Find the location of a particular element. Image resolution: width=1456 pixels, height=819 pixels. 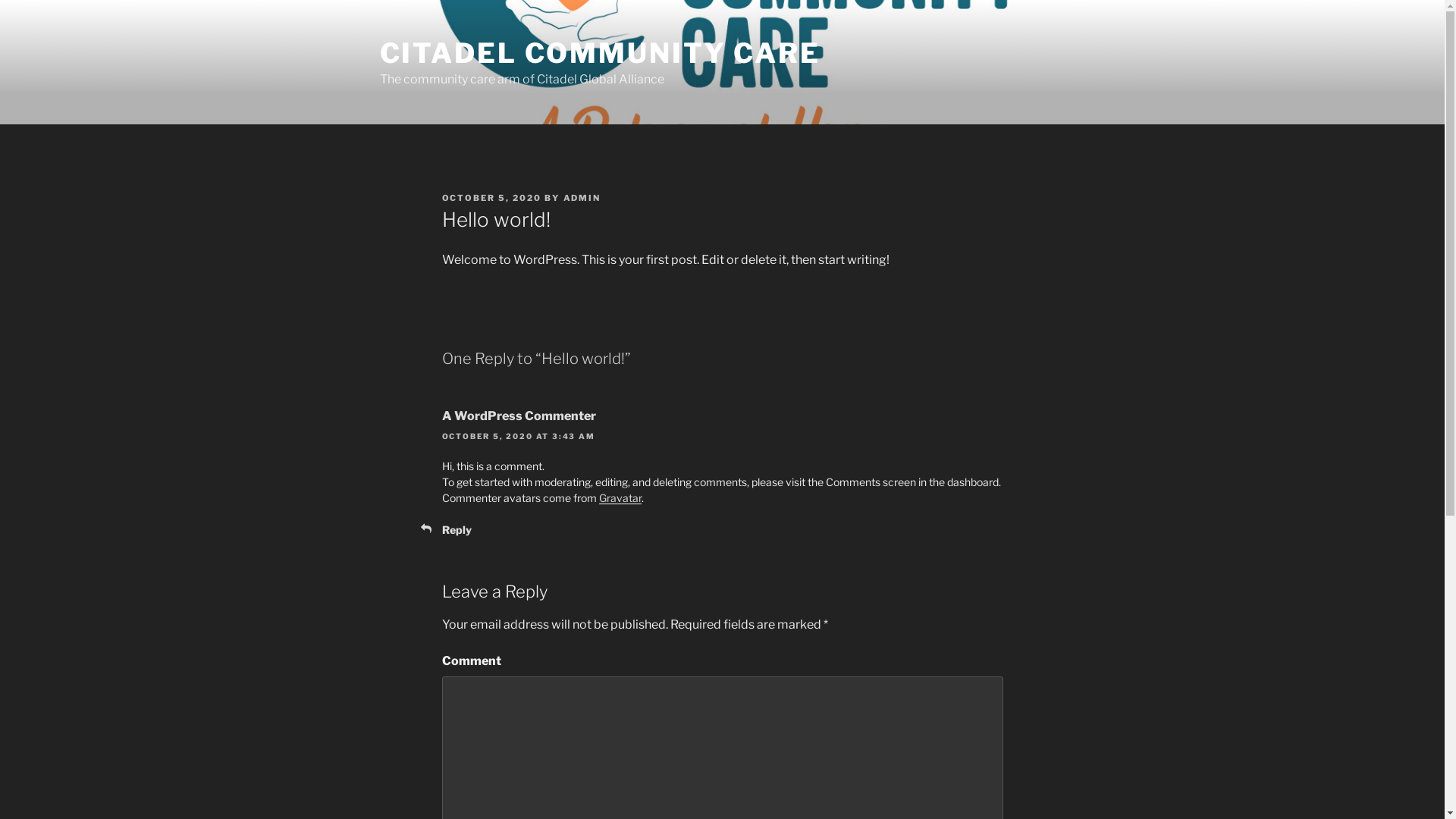

'Reply' is located at coordinates (455, 529).